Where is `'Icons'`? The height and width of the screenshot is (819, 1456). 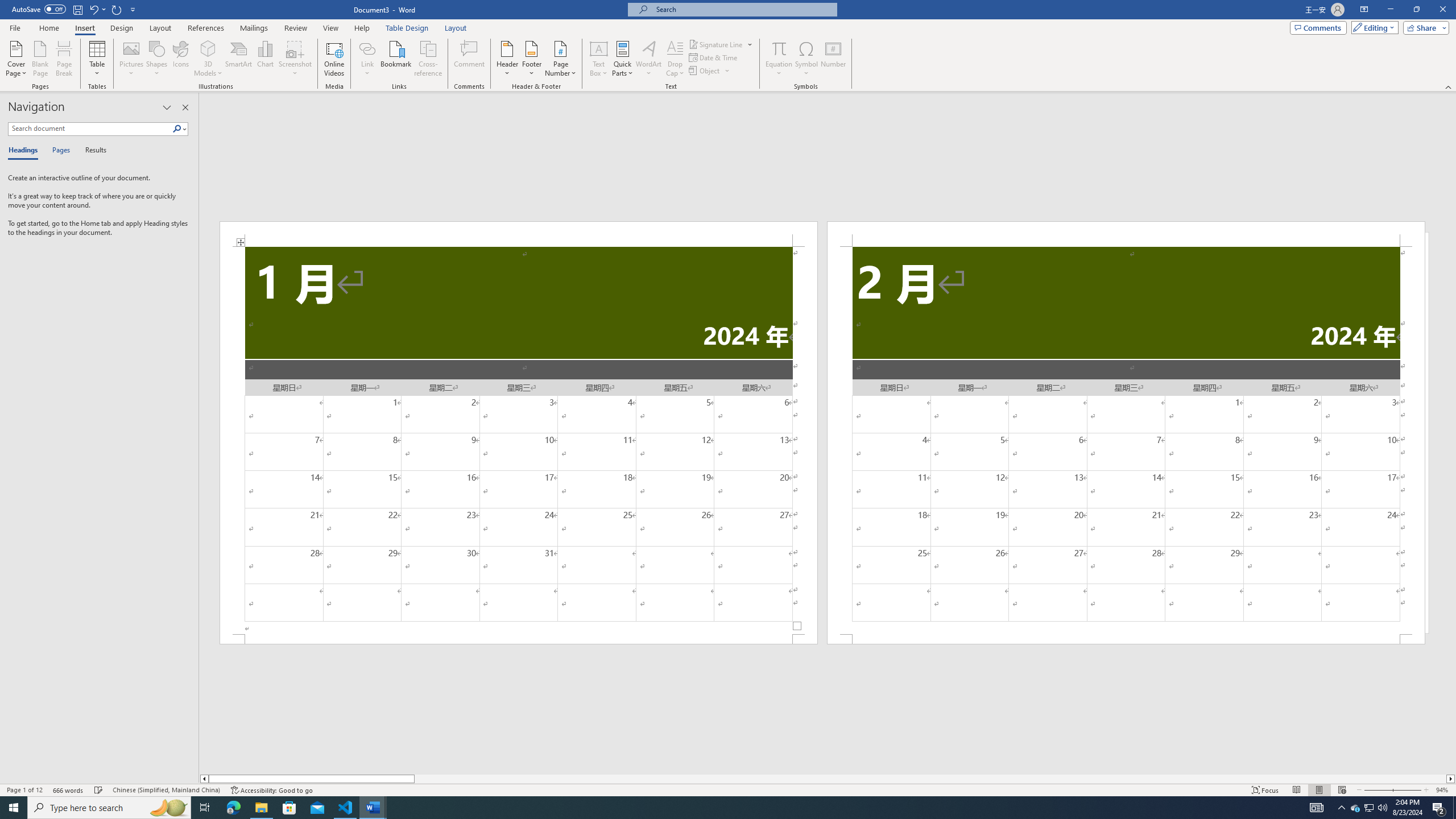 'Icons' is located at coordinates (180, 59).